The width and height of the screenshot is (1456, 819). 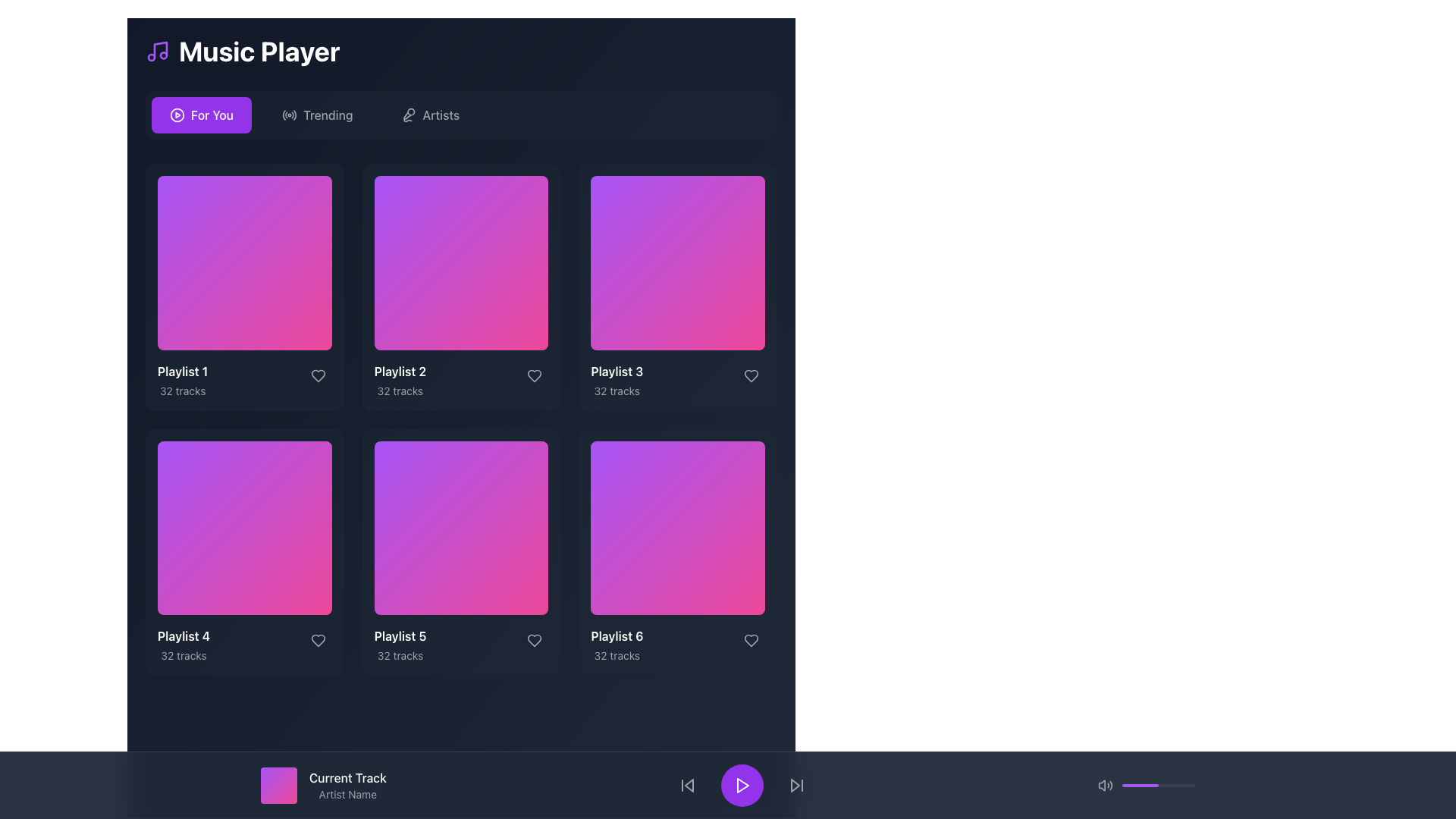 What do you see at coordinates (400, 371) in the screenshot?
I see `the text label that identifies the playlist, located in the upper middle section of the interface, beneath the pink gradient image` at bounding box center [400, 371].